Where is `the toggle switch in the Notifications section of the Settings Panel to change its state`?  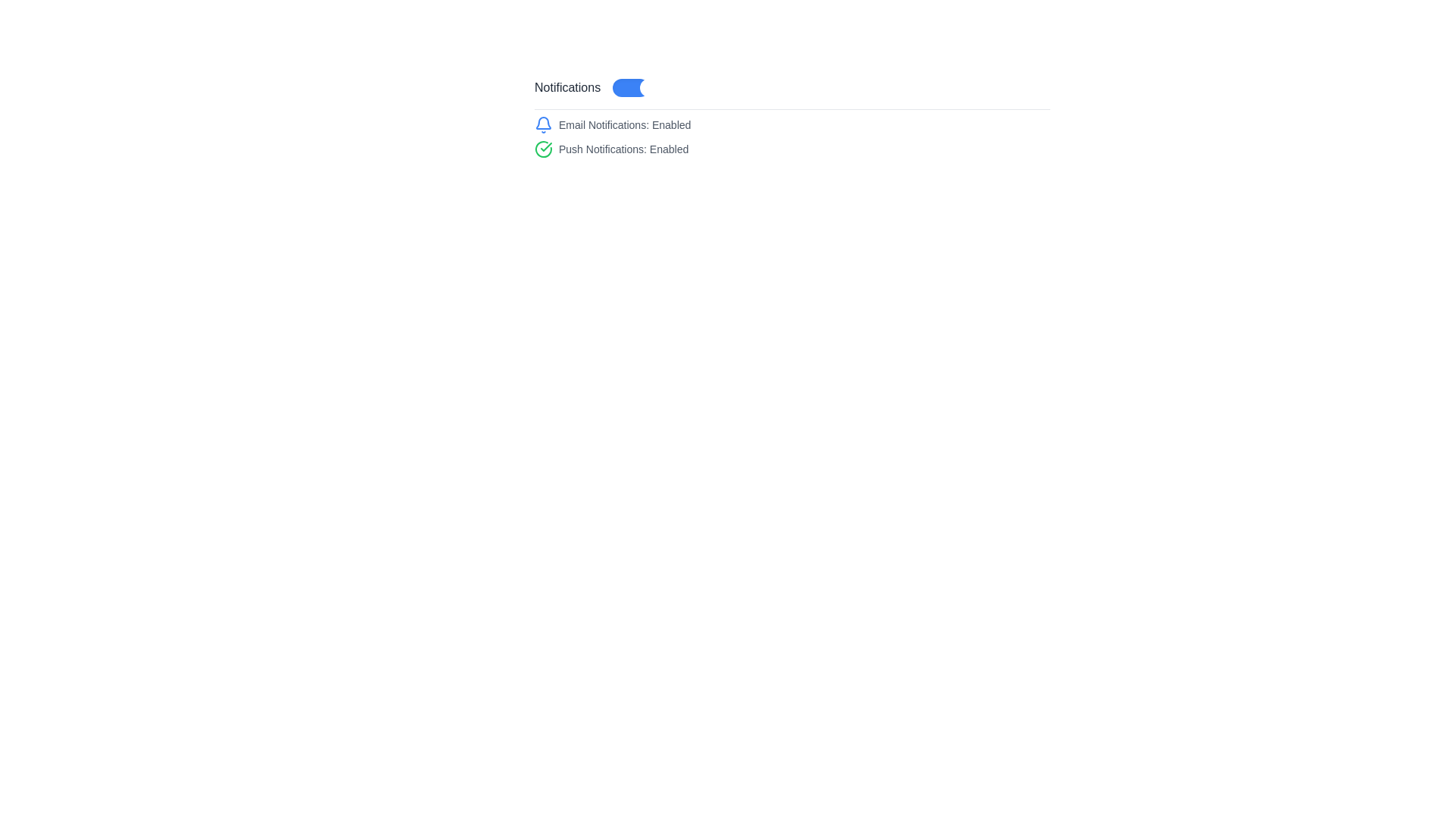
the toggle switch in the Notifications section of the Settings Panel to change its state is located at coordinates (792, 118).